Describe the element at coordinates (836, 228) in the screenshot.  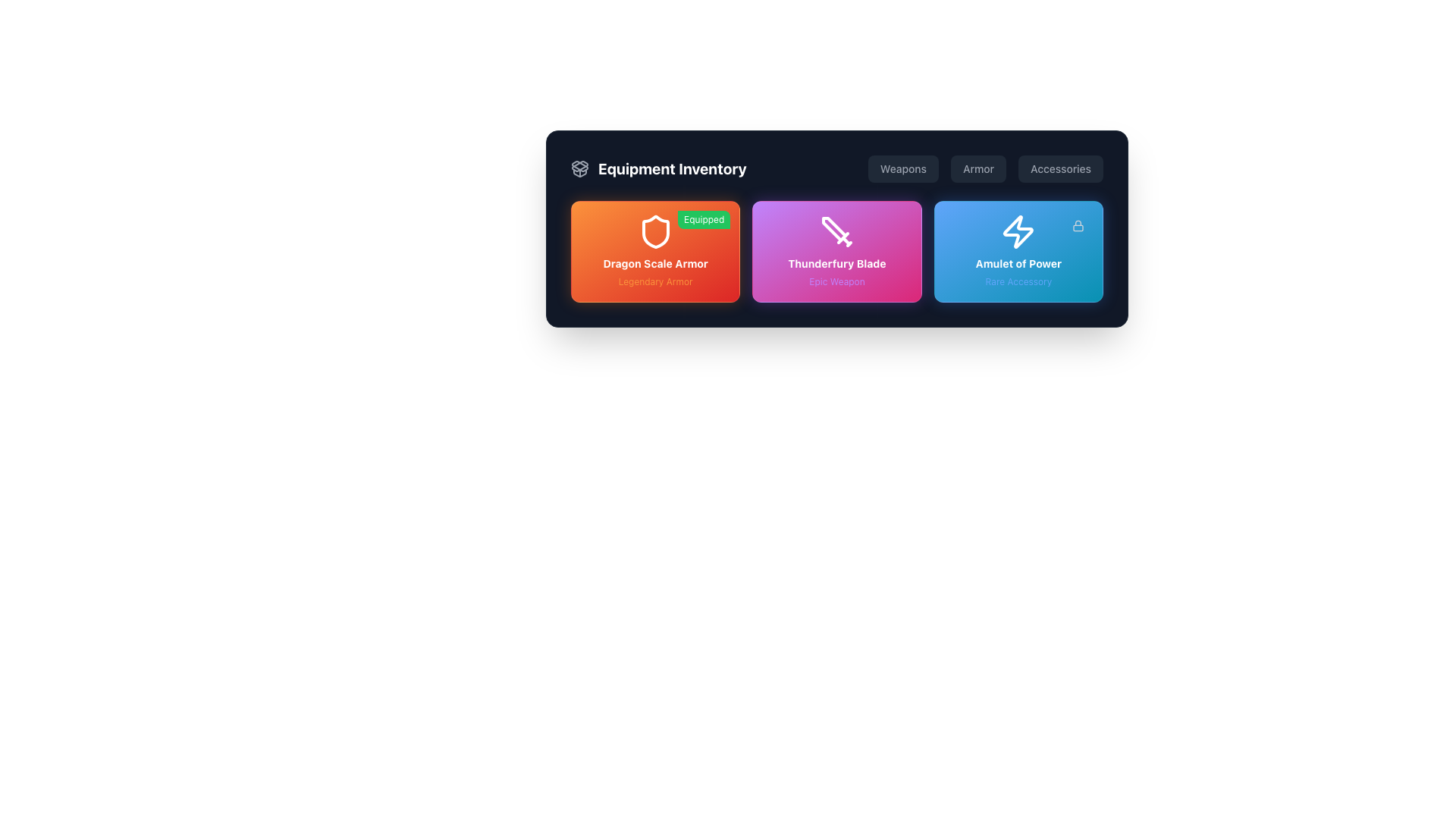
I see `the second summary card in the informational panel, which is purple and labeled 'Thunderfury Blade', to interact with its details or options` at that location.